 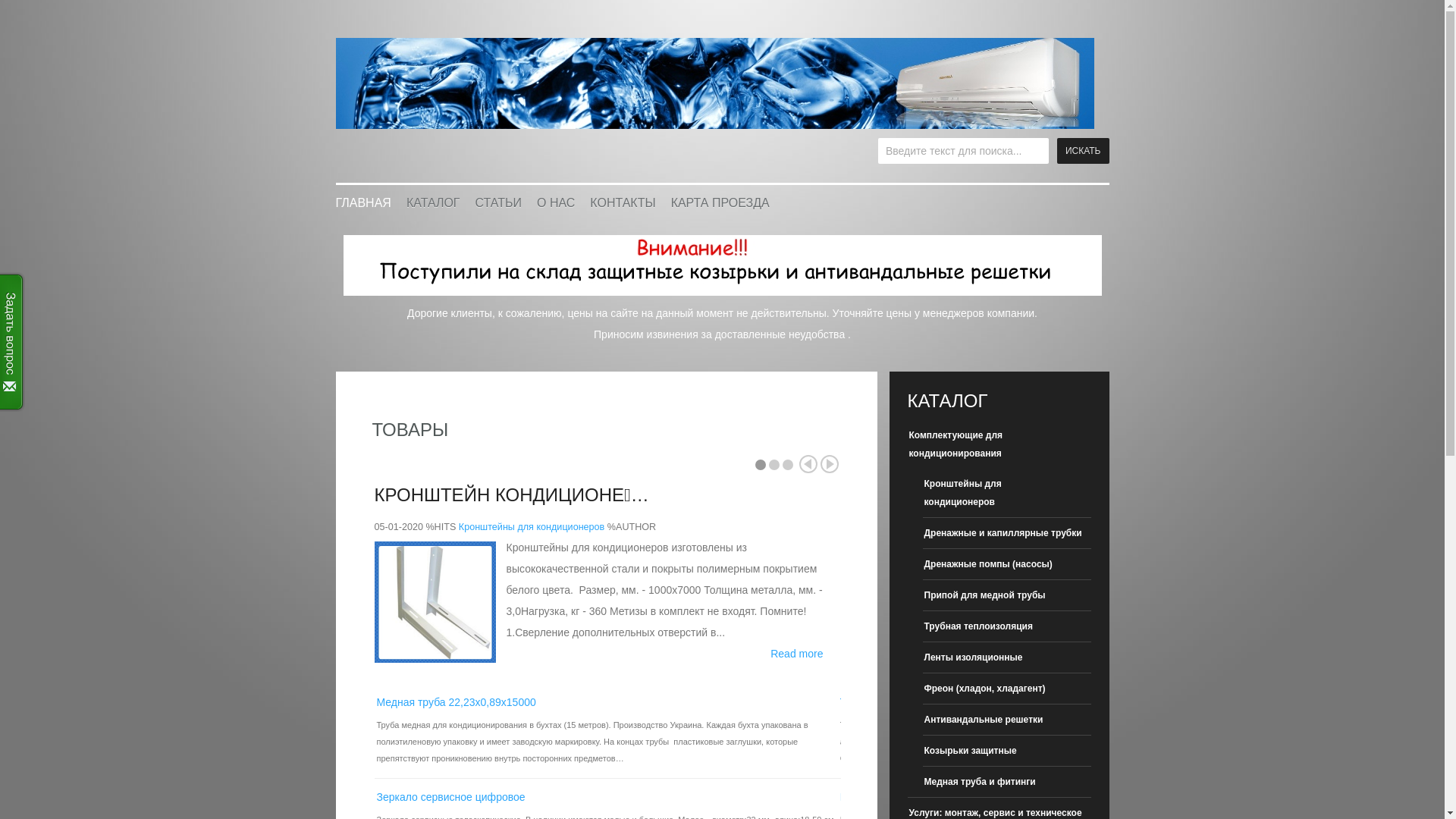 I want to click on 'Prev', so click(x=807, y=463).